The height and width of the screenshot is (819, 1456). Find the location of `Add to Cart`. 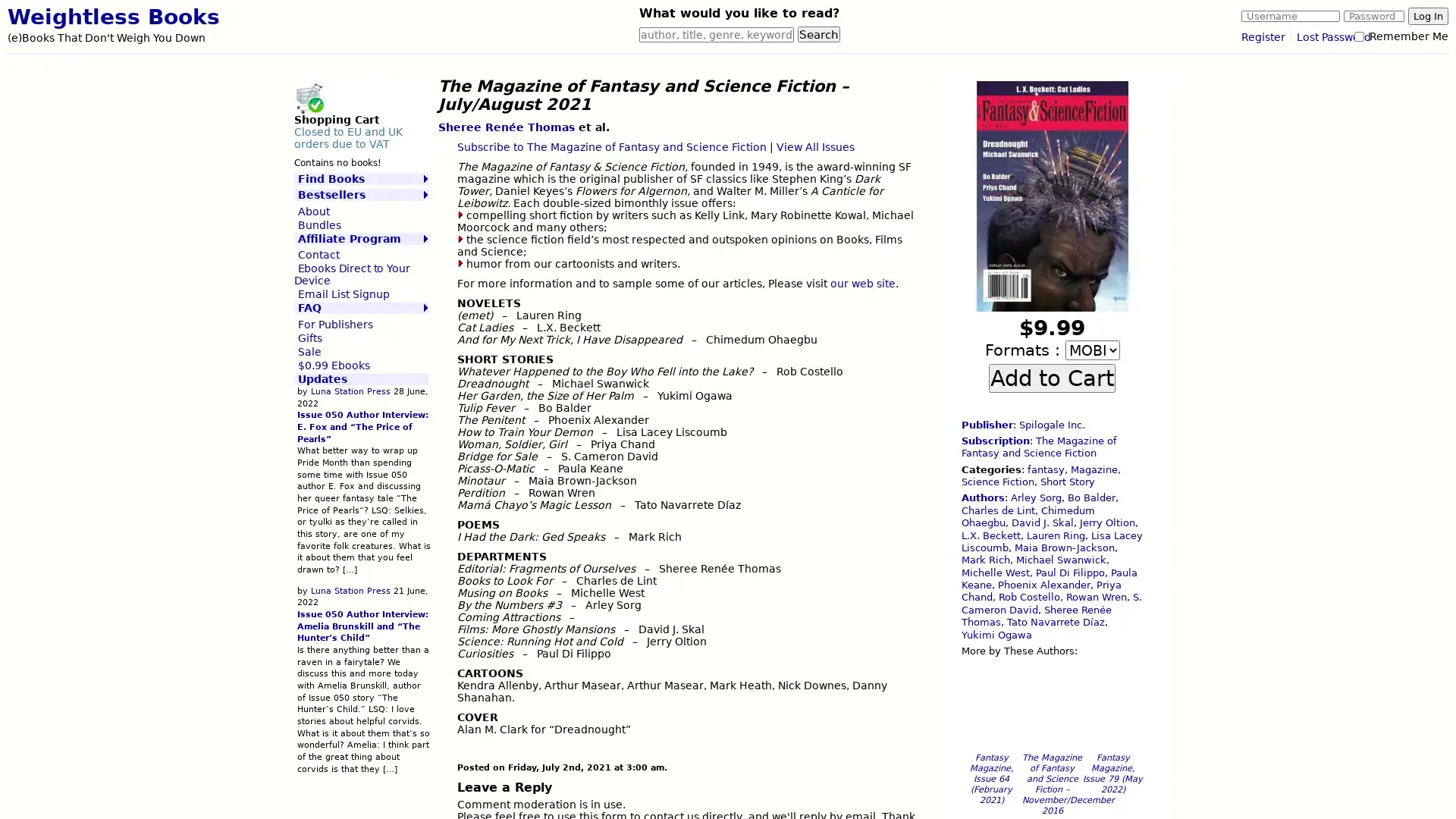

Add to Cart is located at coordinates (1051, 376).